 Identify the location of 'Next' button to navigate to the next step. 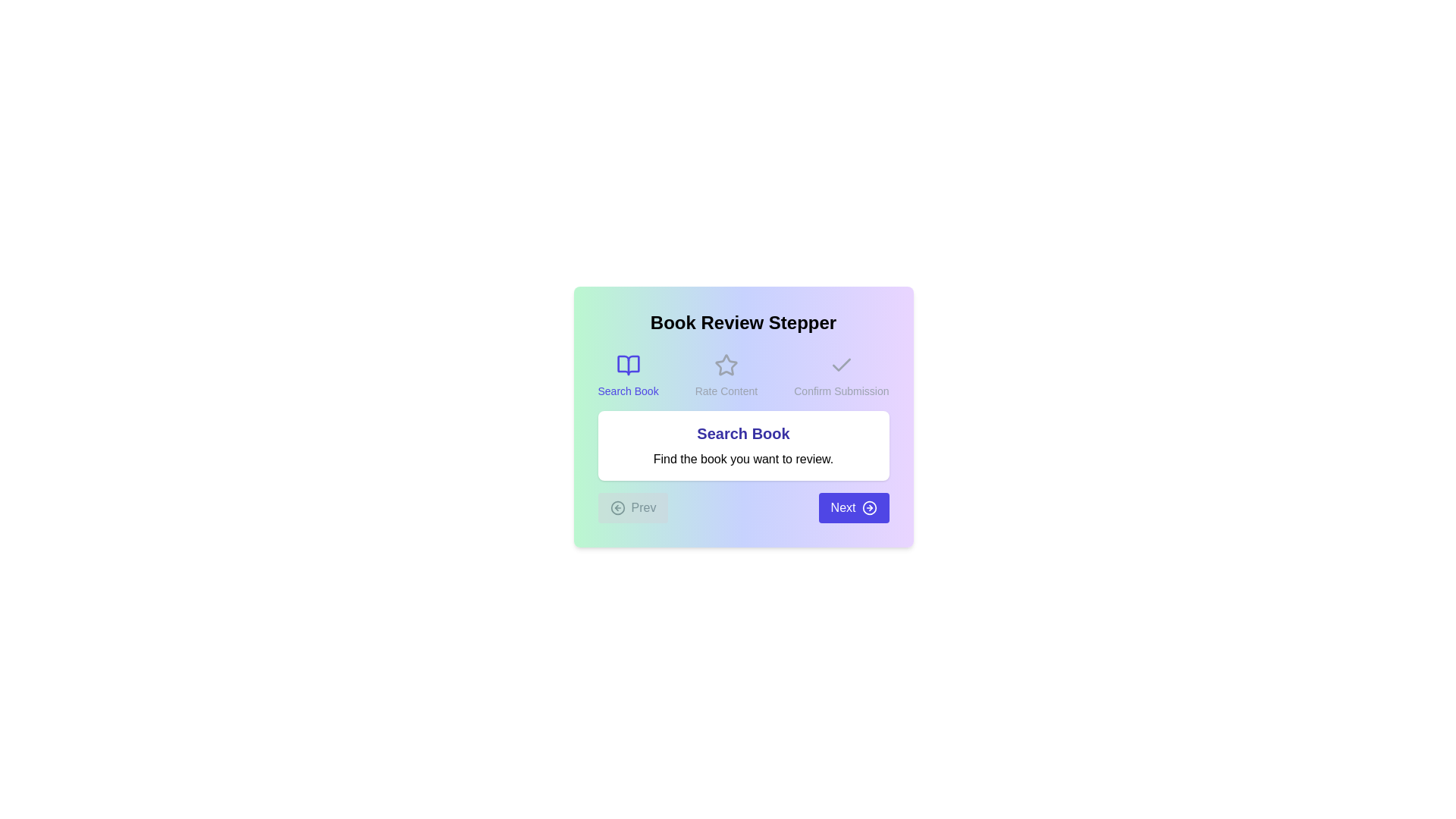
(854, 508).